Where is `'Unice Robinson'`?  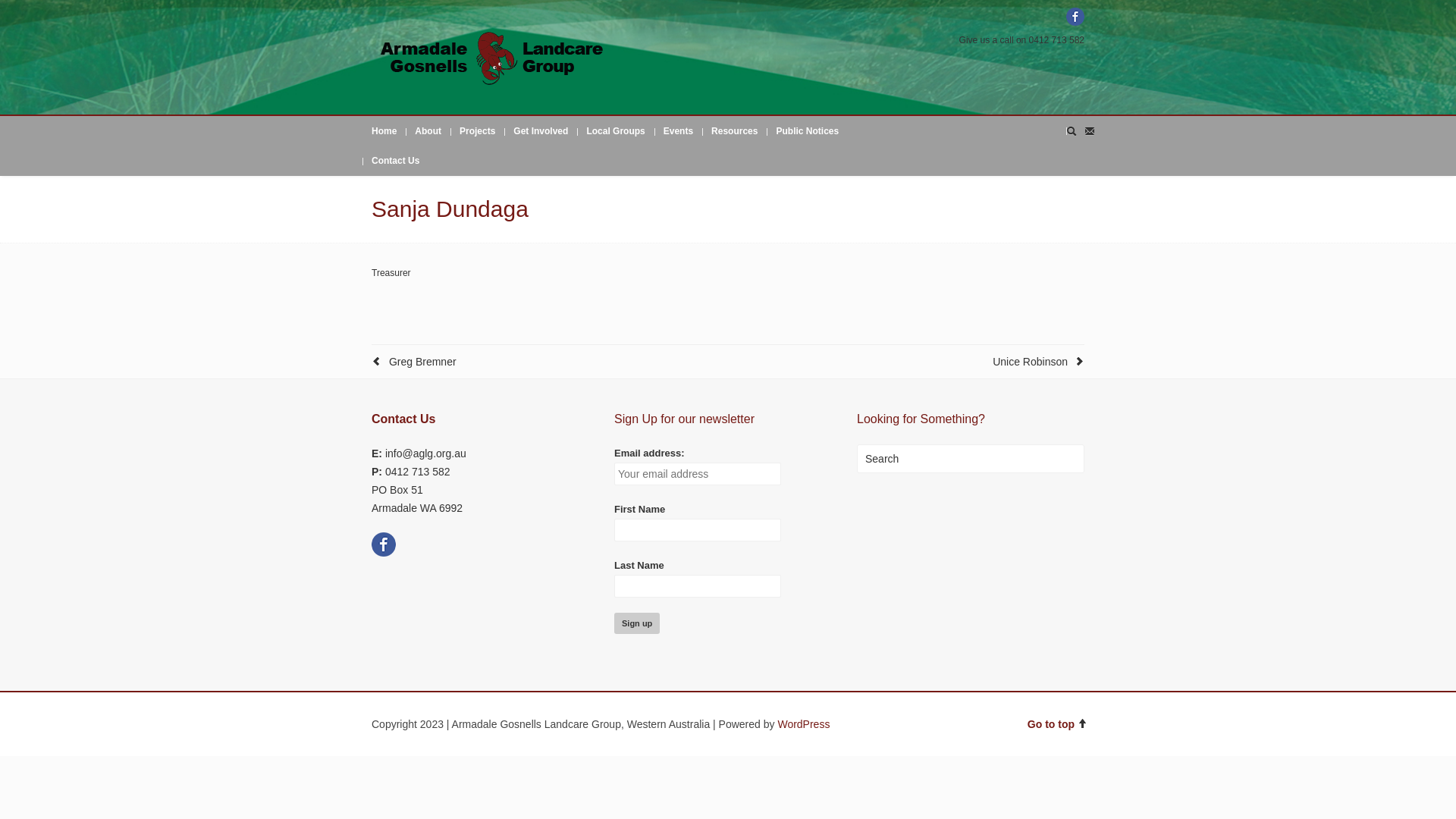
'Unice Robinson' is located at coordinates (1030, 362).